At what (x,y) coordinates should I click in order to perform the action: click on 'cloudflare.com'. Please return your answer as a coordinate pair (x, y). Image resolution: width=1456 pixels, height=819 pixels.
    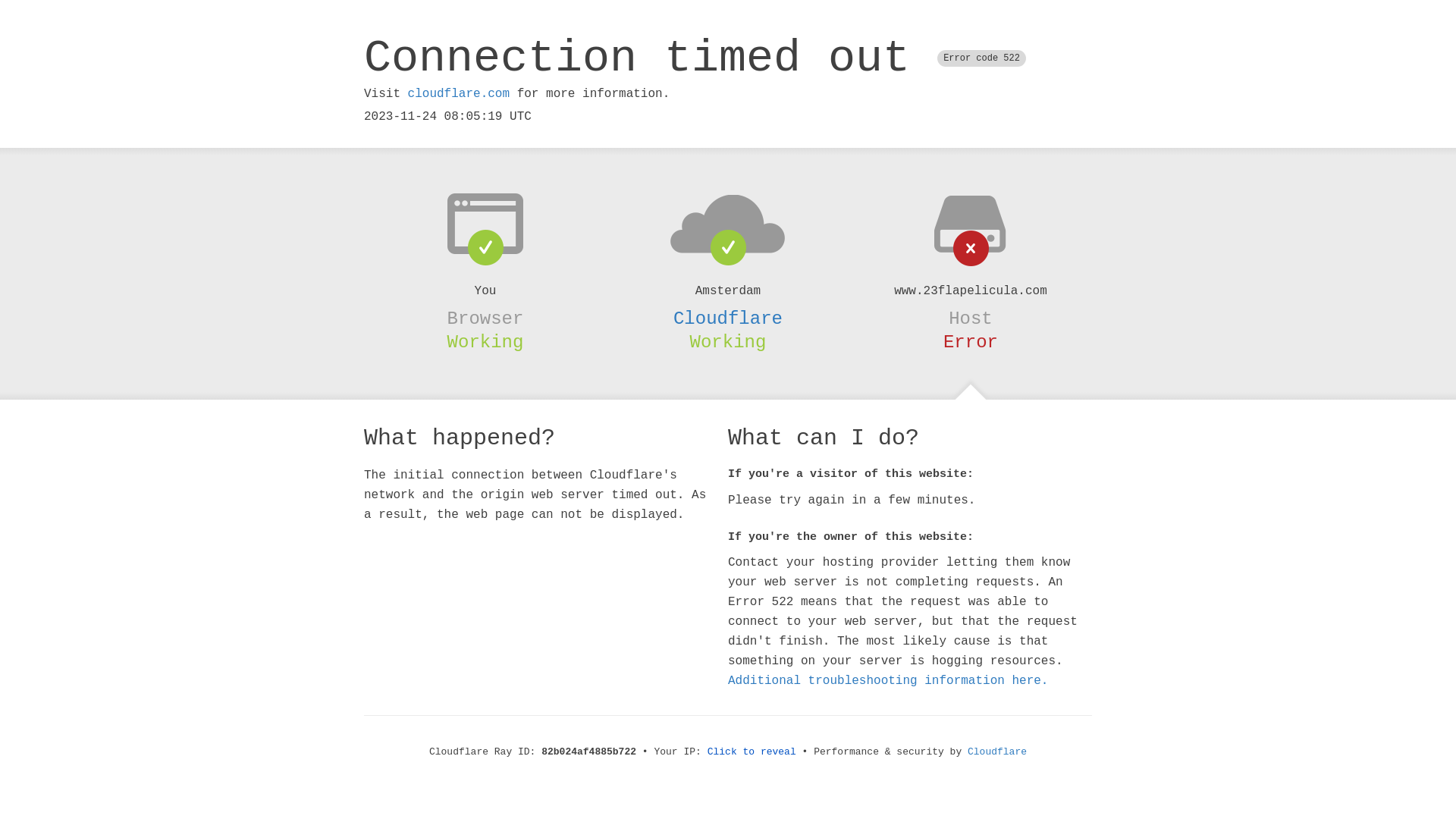
    Looking at the image, I should click on (457, 93).